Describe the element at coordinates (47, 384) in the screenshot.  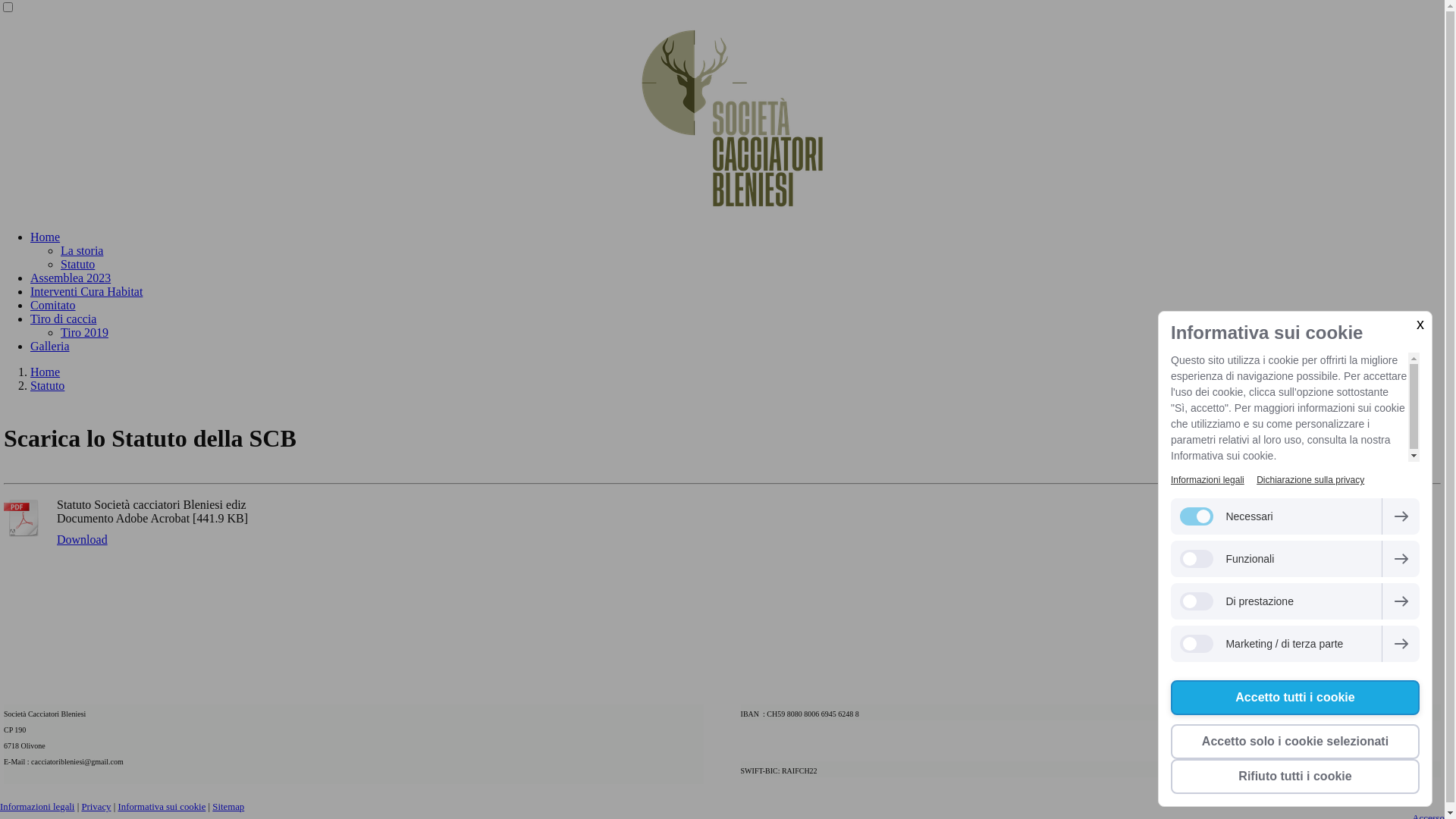
I see `'Statuto'` at that location.